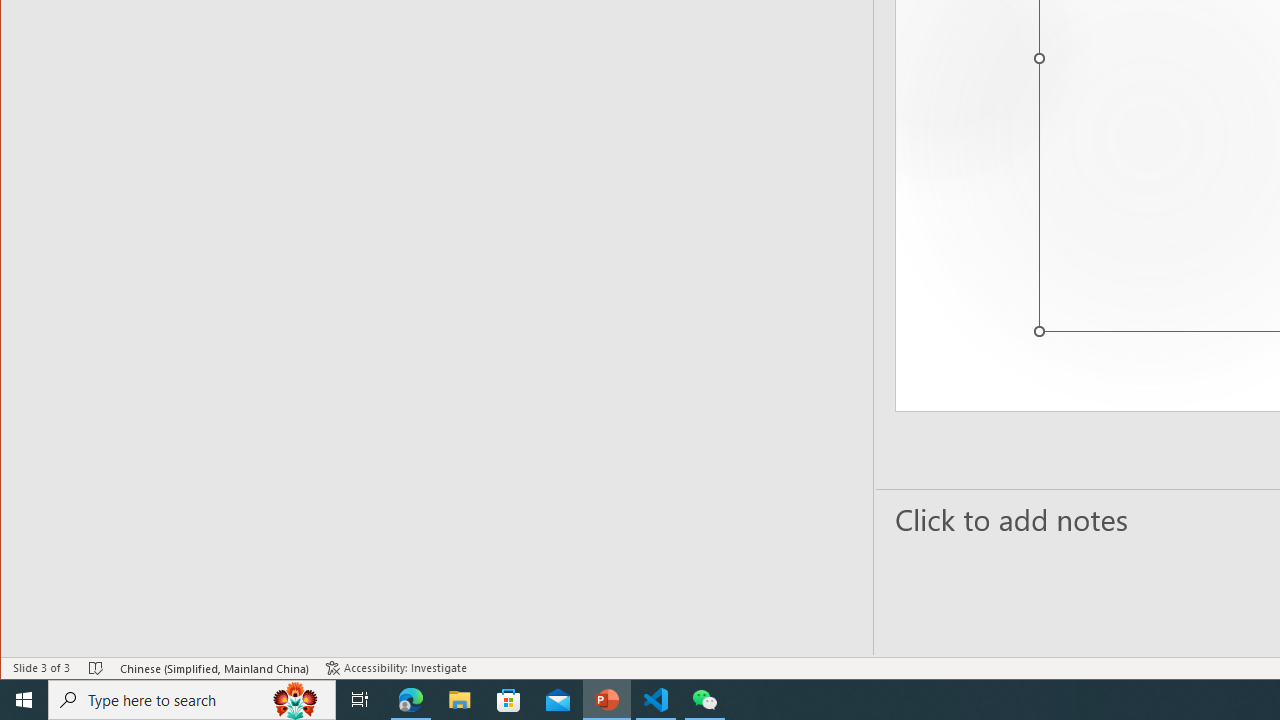 This screenshot has height=720, width=1280. What do you see at coordinates (705, 698) in the screenshot?
I see `'WeChat - 1 running window'` at bounding box center [705, 698].